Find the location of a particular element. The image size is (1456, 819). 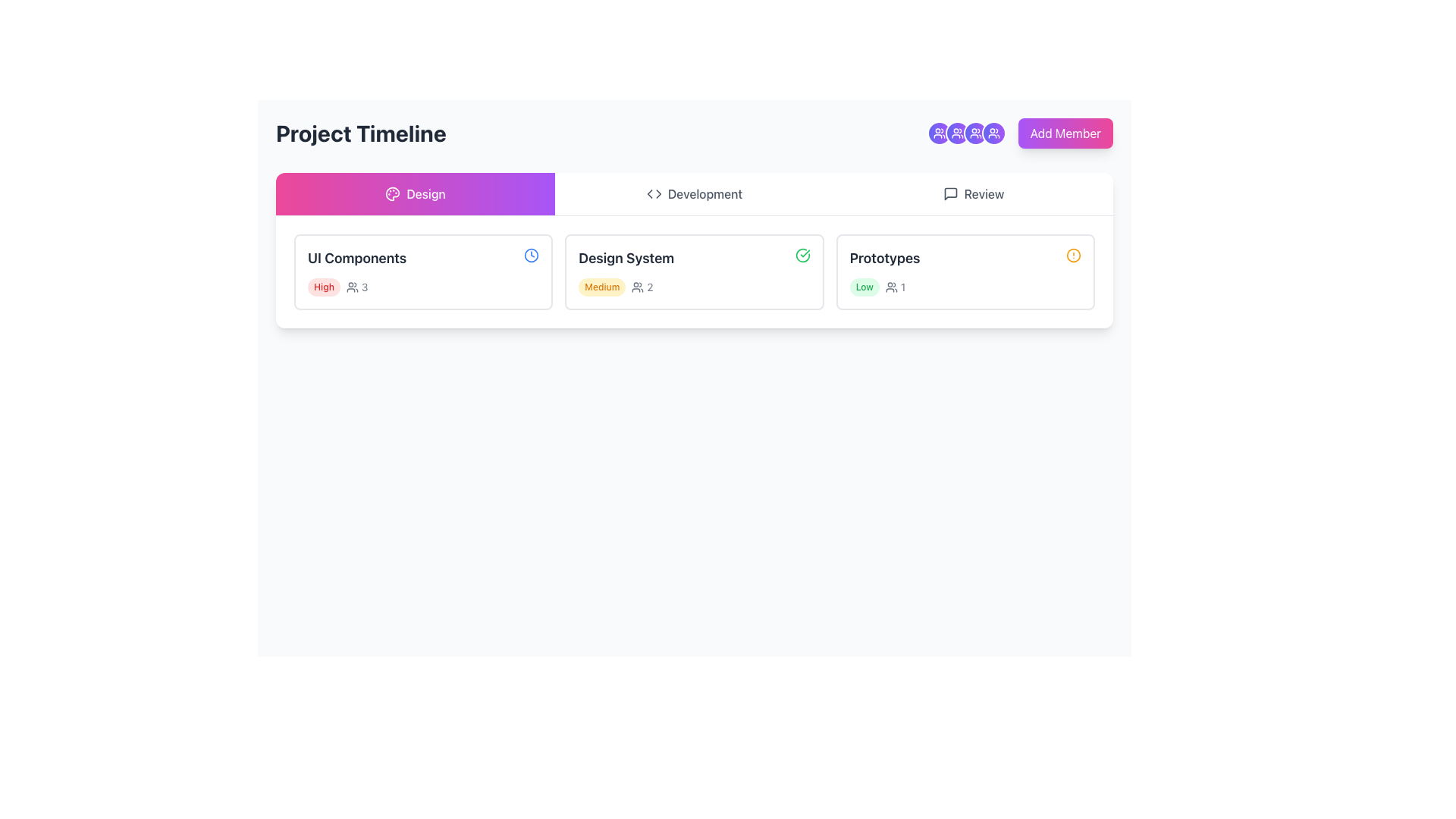

the success icon located to the right of the 'Design System' text in the second card of the list is located at coordinates (802, 254).